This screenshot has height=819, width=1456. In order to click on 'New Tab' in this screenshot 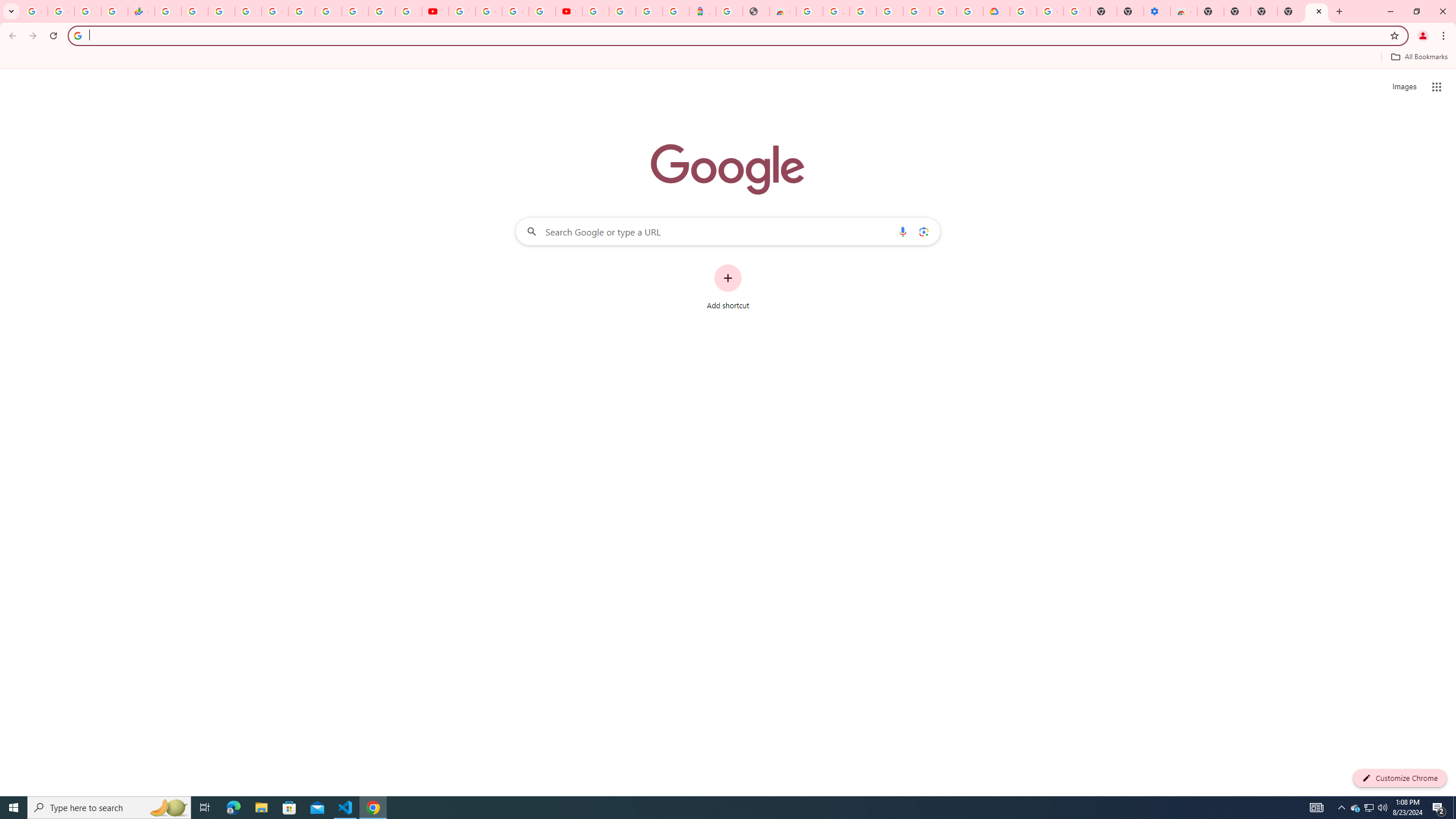, I will do `click(1290, 11)`.